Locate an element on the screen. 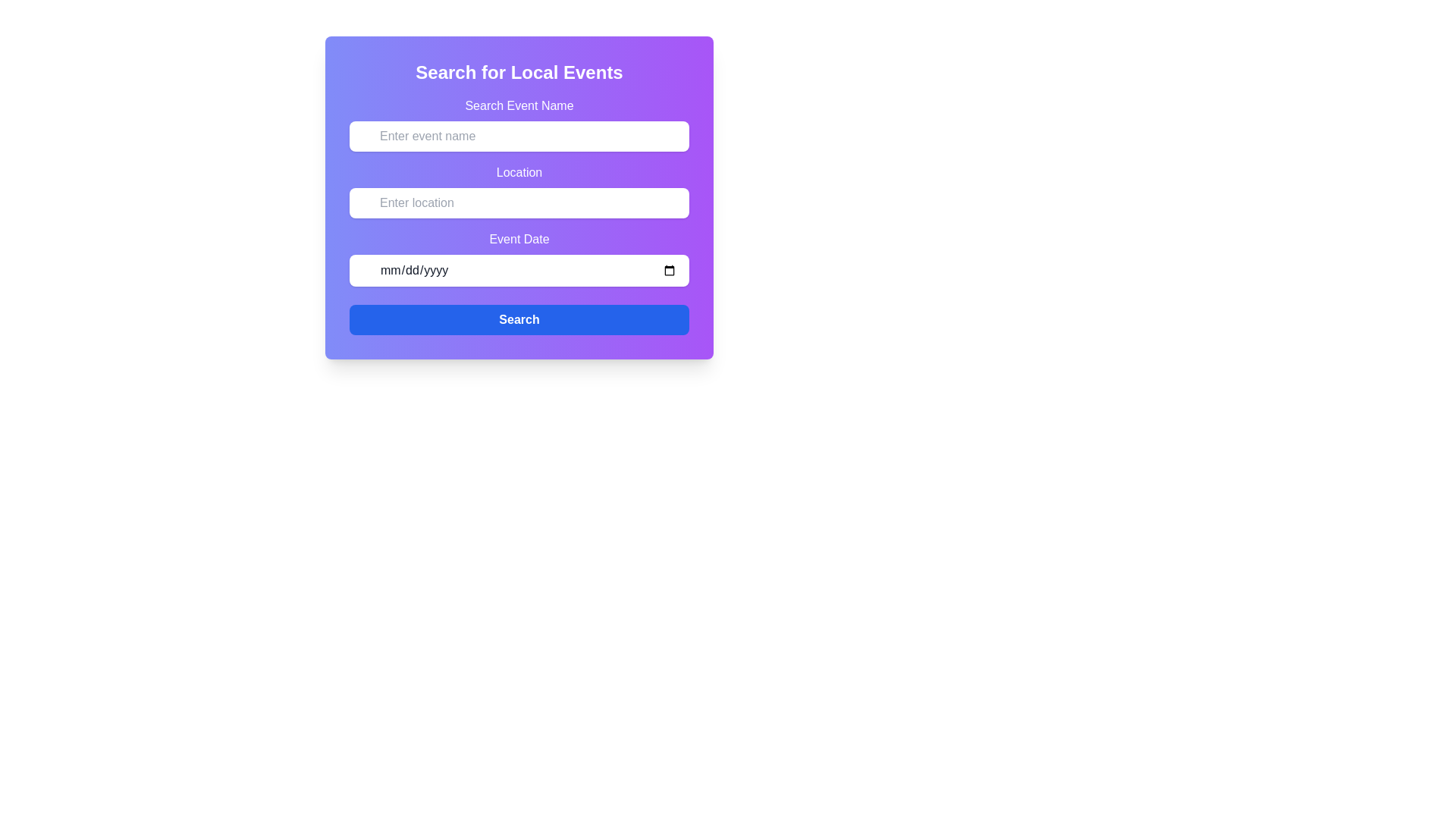  the search button located at the bottom of the form layout, which initiates the search action based on the user inputs for 'Search Event Name,' 'Location,' and 'Event Date.' is located at coordinates (519, 318).